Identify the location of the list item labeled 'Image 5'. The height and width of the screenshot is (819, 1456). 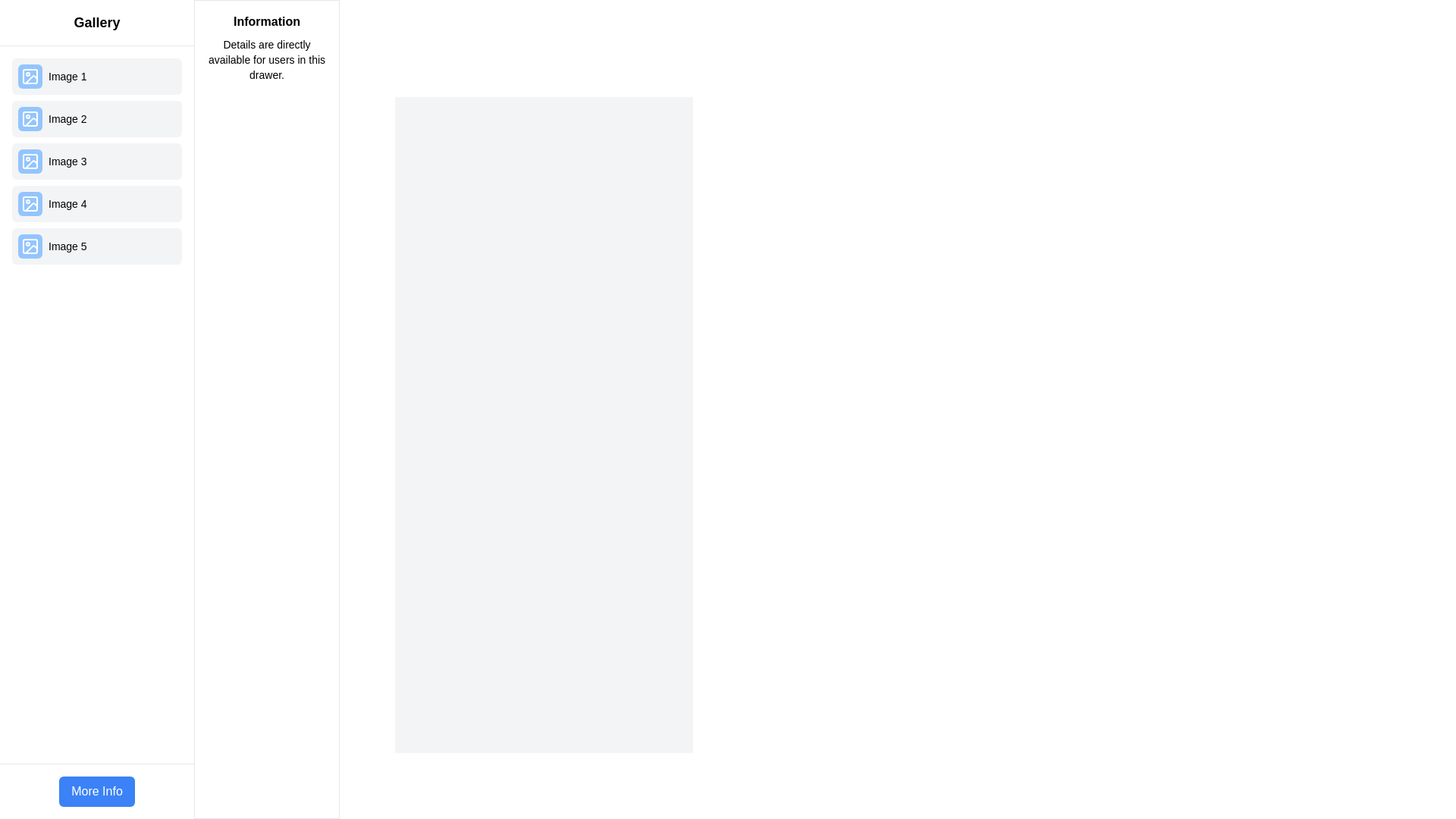
(96, 245).